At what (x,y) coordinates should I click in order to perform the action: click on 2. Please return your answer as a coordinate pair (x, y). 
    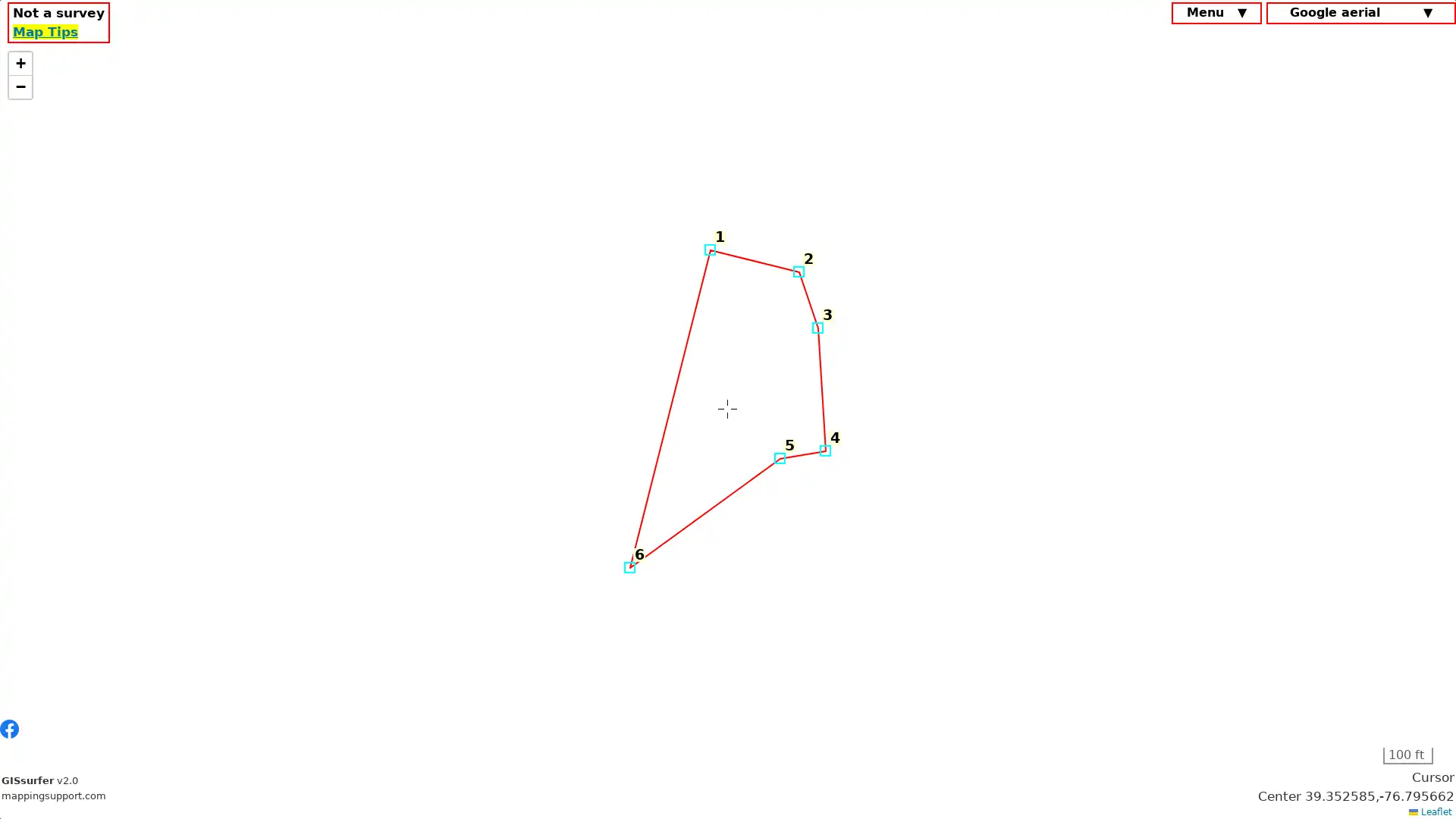
    Looking at the image, I should click on (807, 259).